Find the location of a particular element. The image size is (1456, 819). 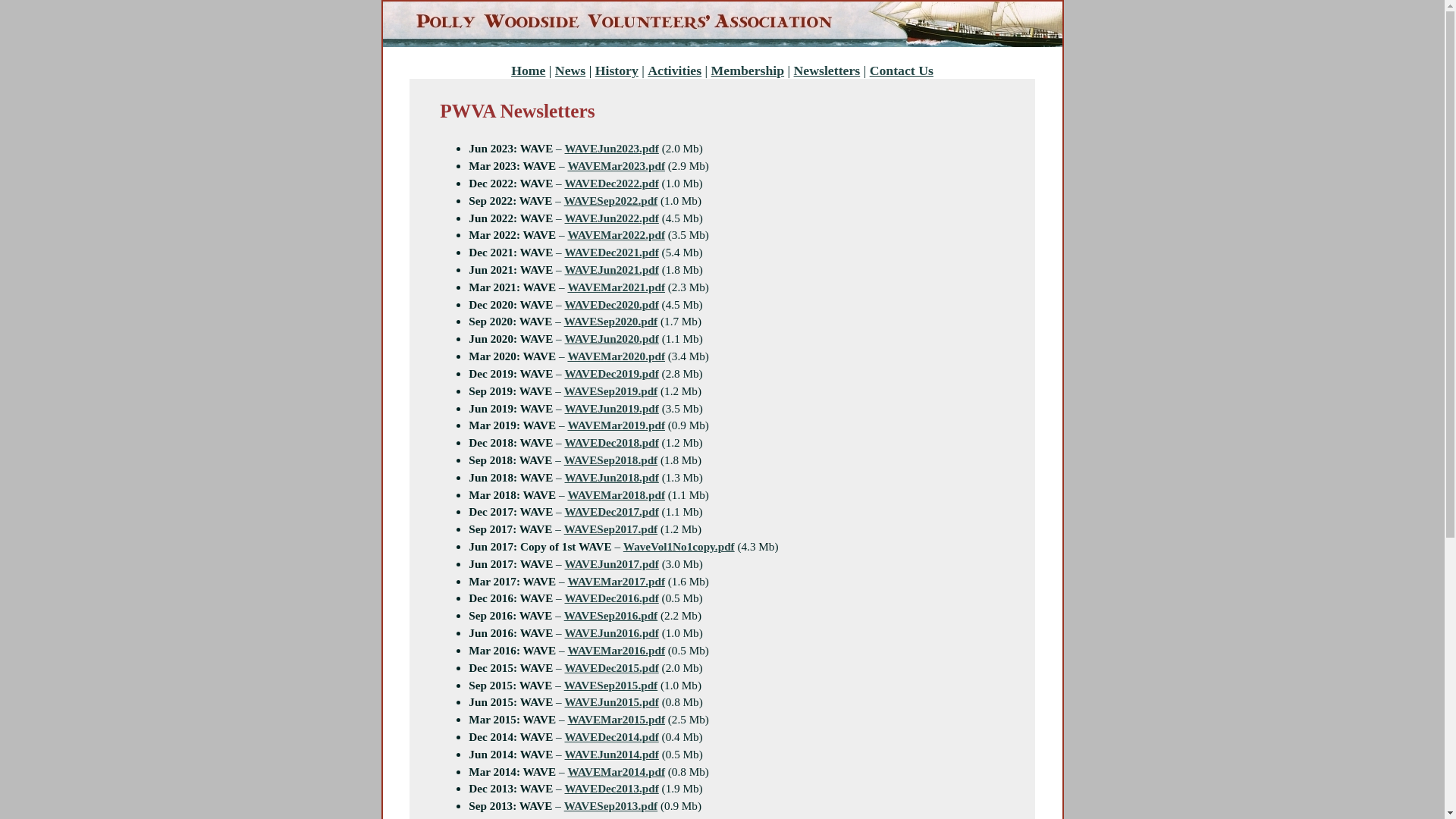

'WAVEJun2014.pdf' is located at coordinates (611, 754).